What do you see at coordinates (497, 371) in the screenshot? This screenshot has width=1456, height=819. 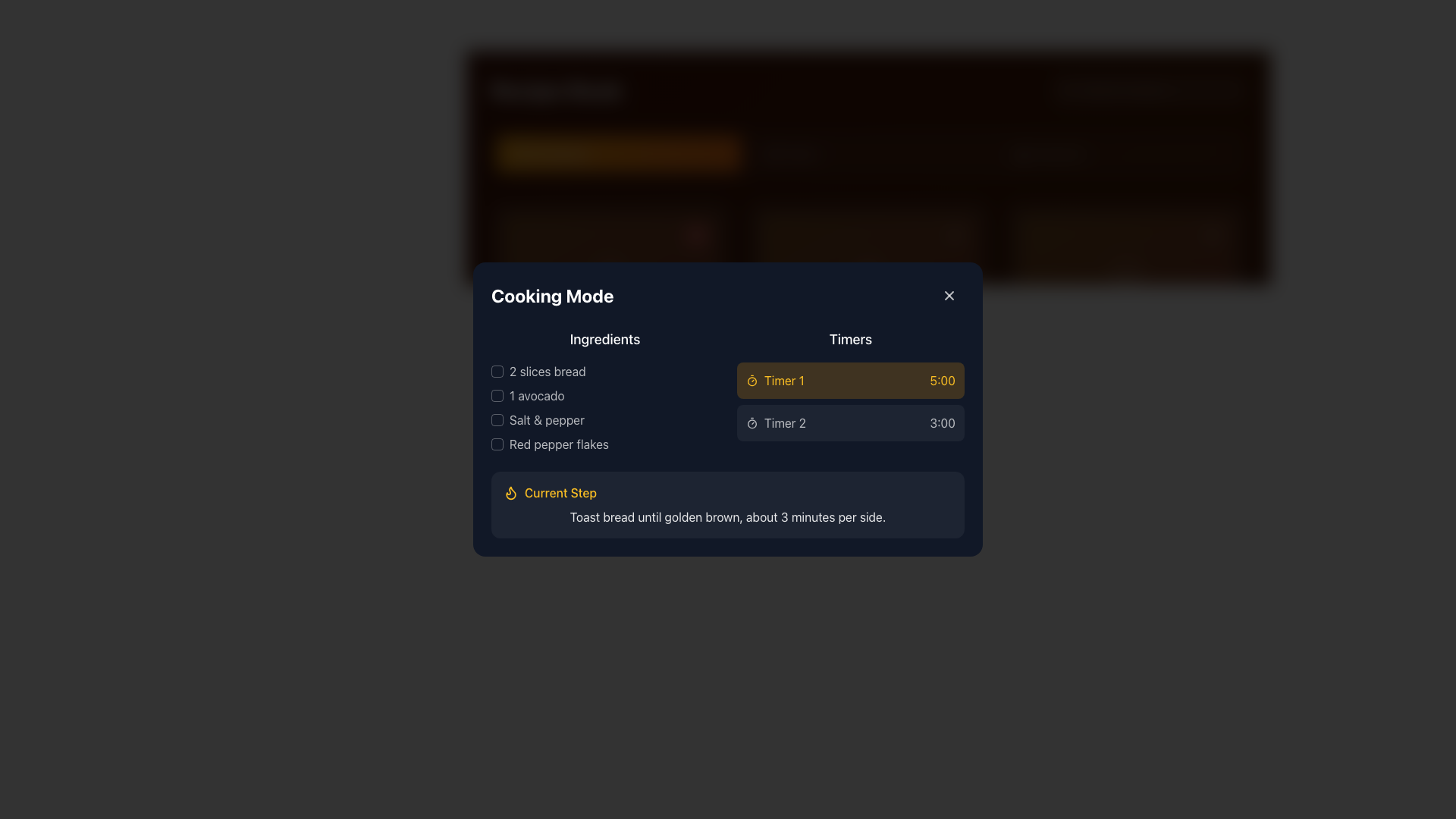 I see `the first checkbox for '2 slices bread' in the ingredients list` at bounding box center [497, 371].